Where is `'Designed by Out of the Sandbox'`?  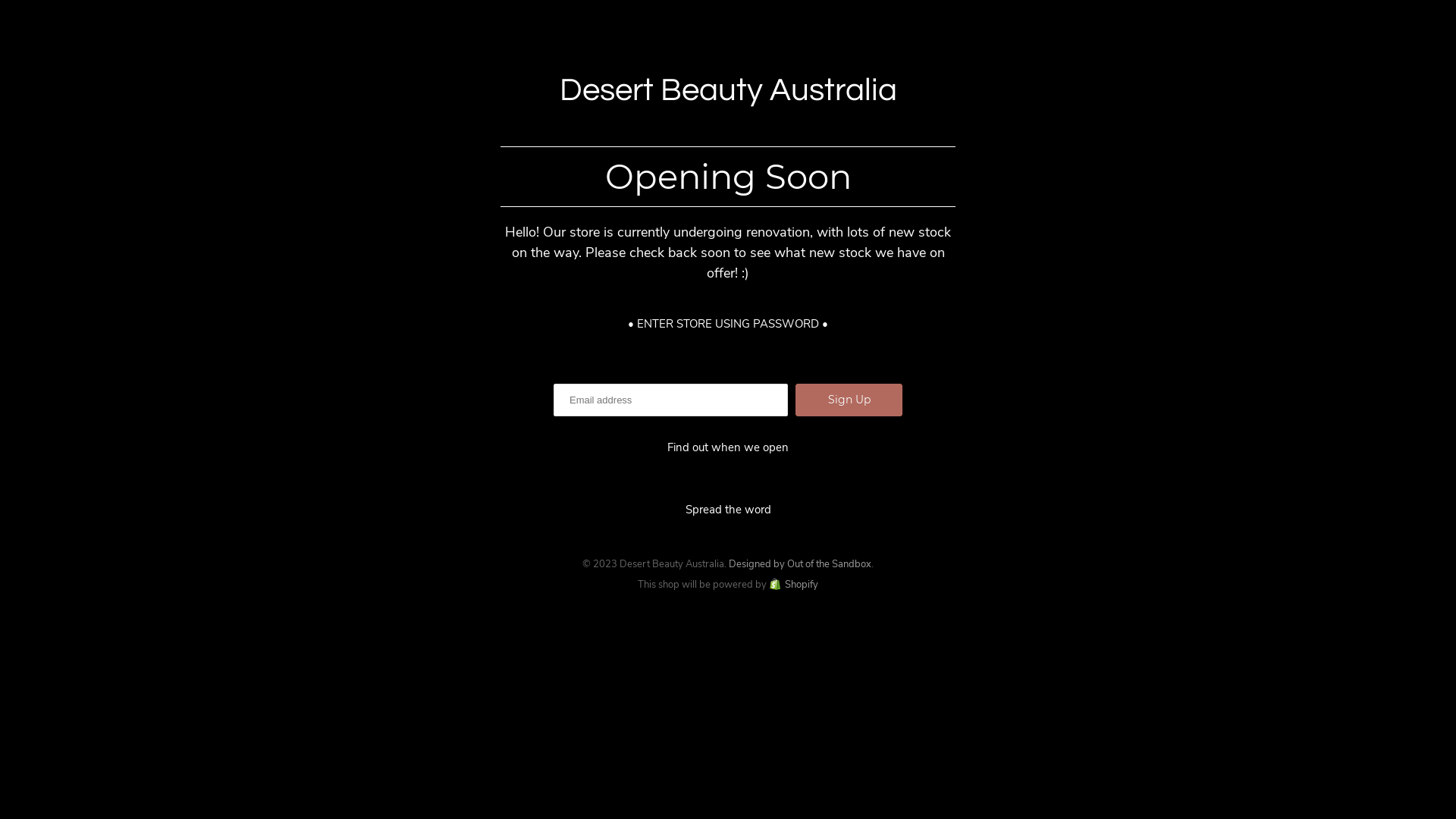 'Designed by Out of the Sandbox' is located at coordinates (799, 563).